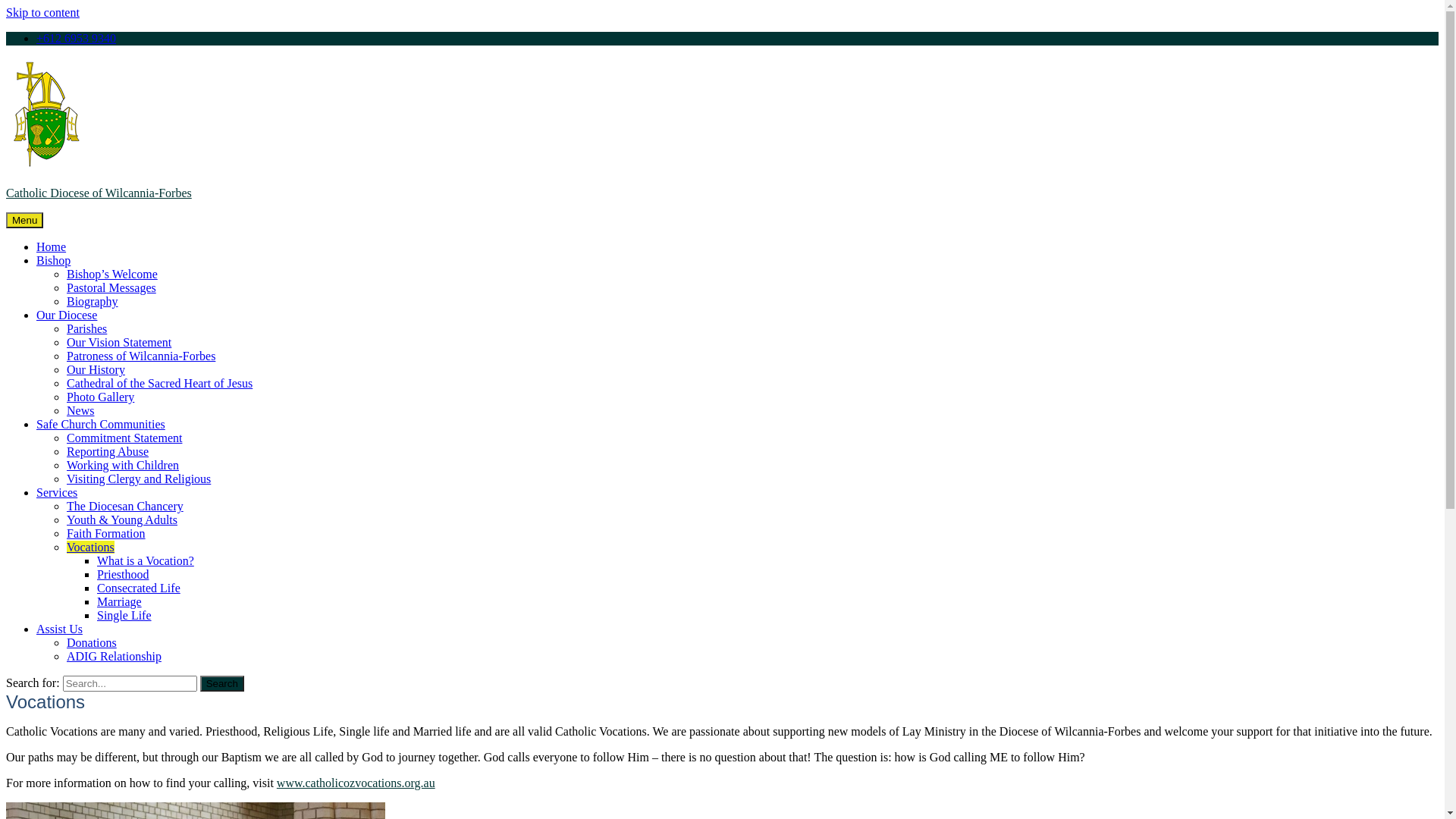  Describe the element at coordinates (122, 519) in the screenshot. I see `'Youth & Young Adults'` at that location.